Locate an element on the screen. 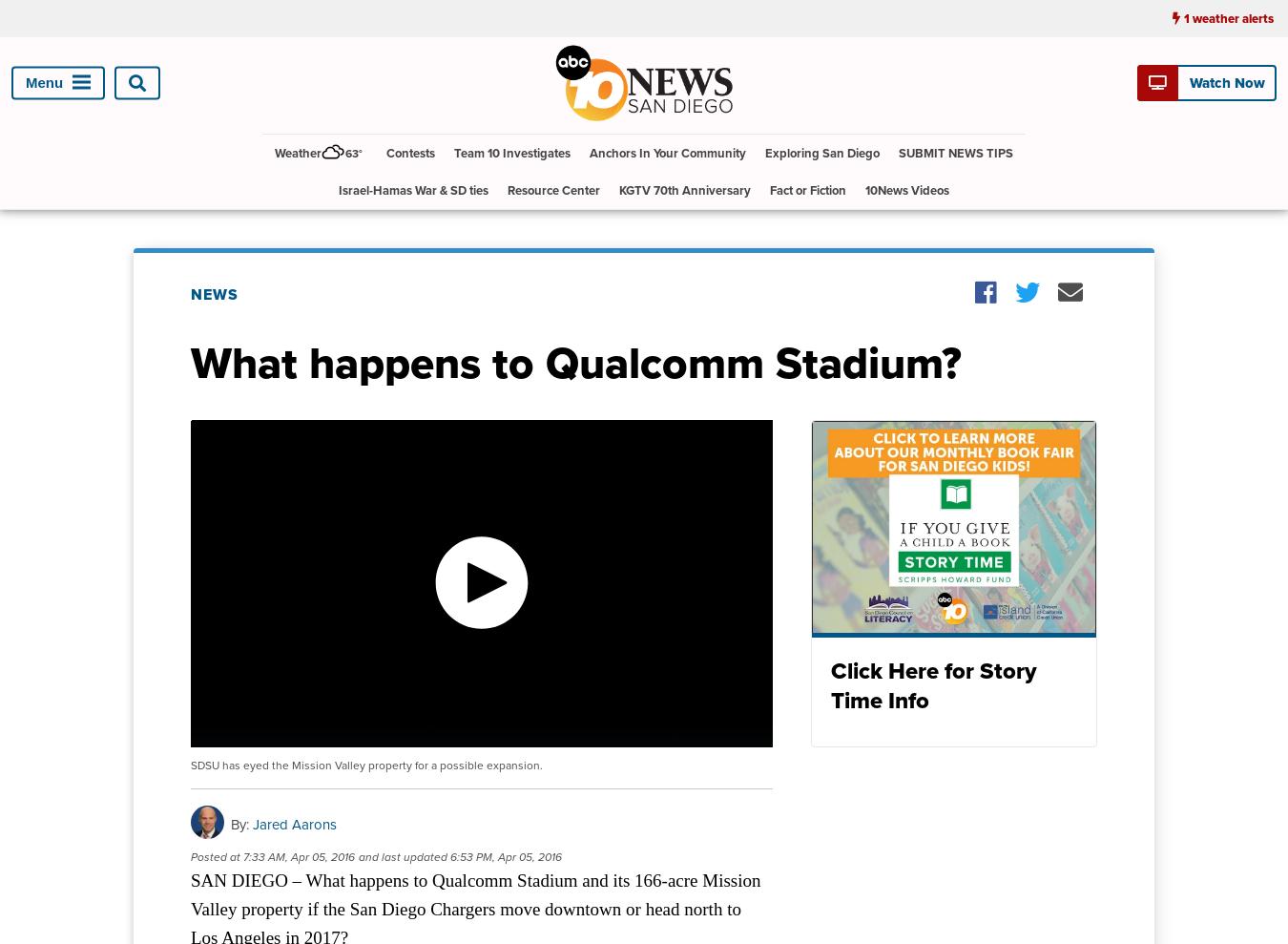 This screenshot has width=1288, height=944. 'SUBMIT NEWS TIPS' is located at coordinates (954, 151).